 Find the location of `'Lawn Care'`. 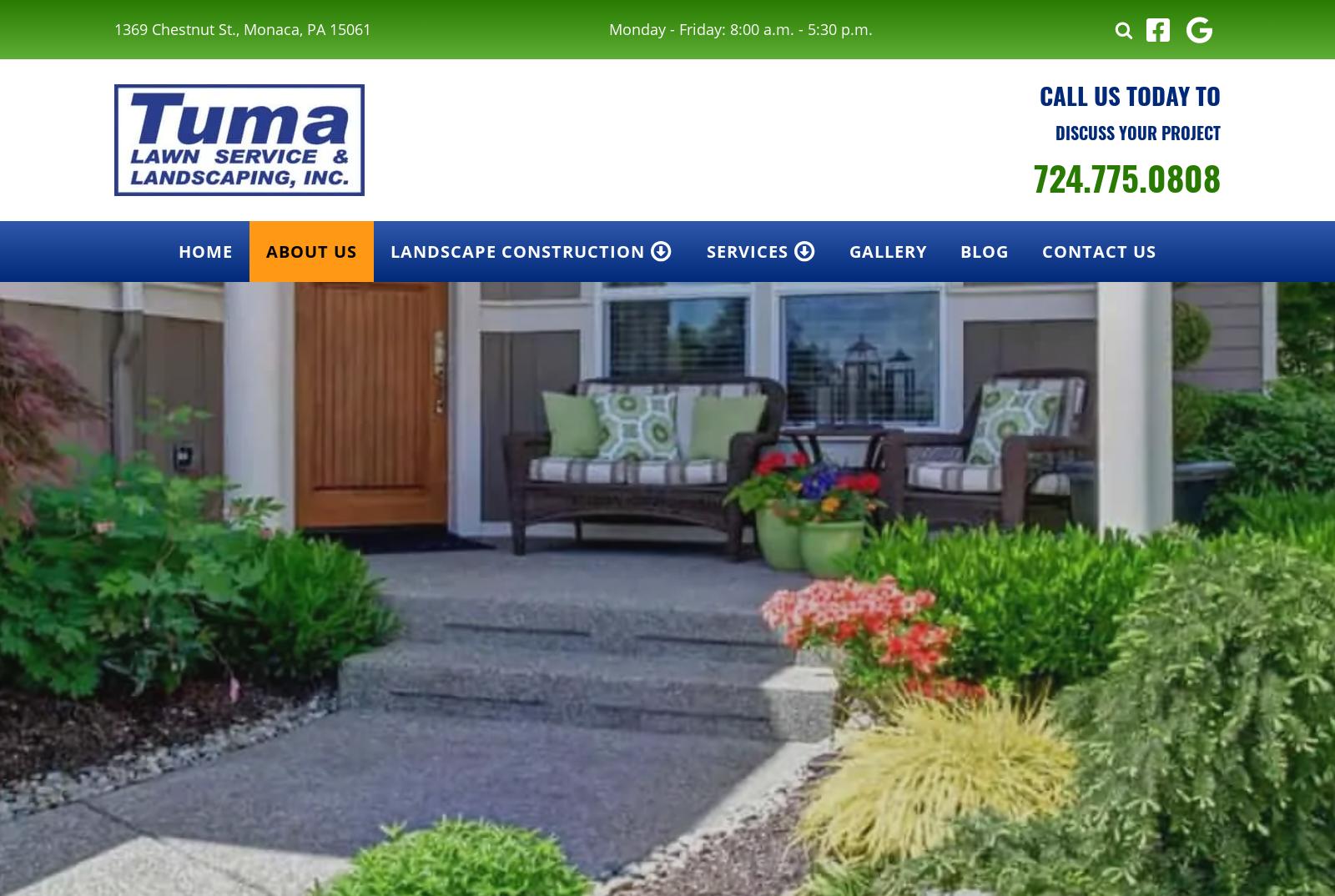

'Lawn Care' is located at coordinates (757, 370).